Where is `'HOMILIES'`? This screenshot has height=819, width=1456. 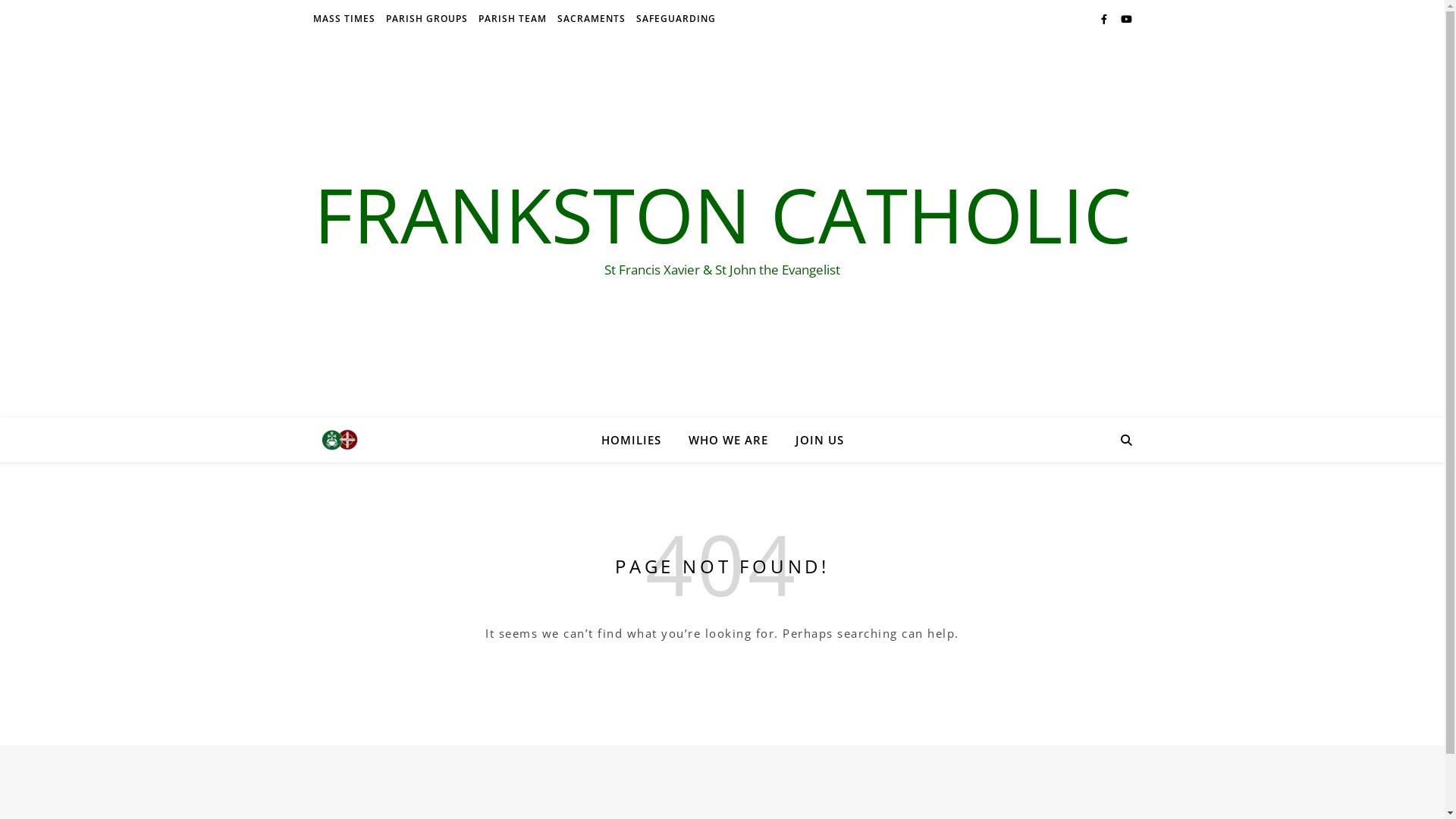
'HOMILIES' is located at coordinates (636, 439).